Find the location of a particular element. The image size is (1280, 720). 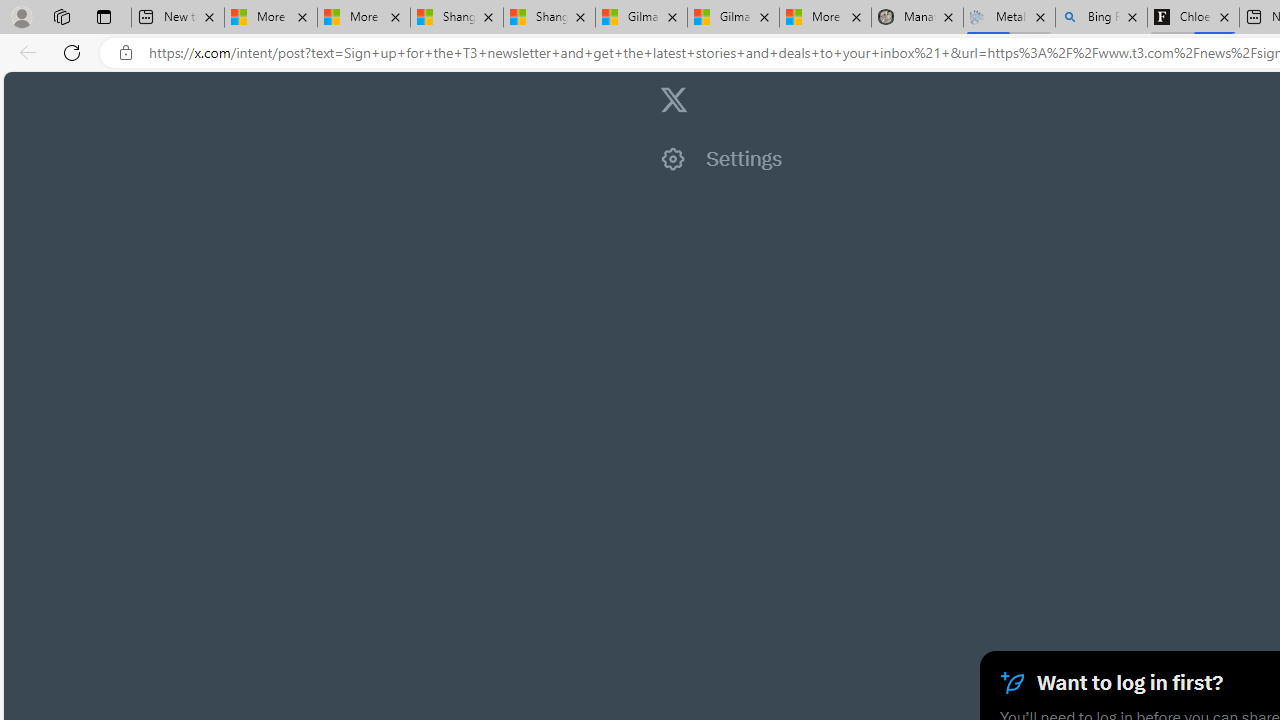

'Personal Profile' is located at coordinates (21, 16).